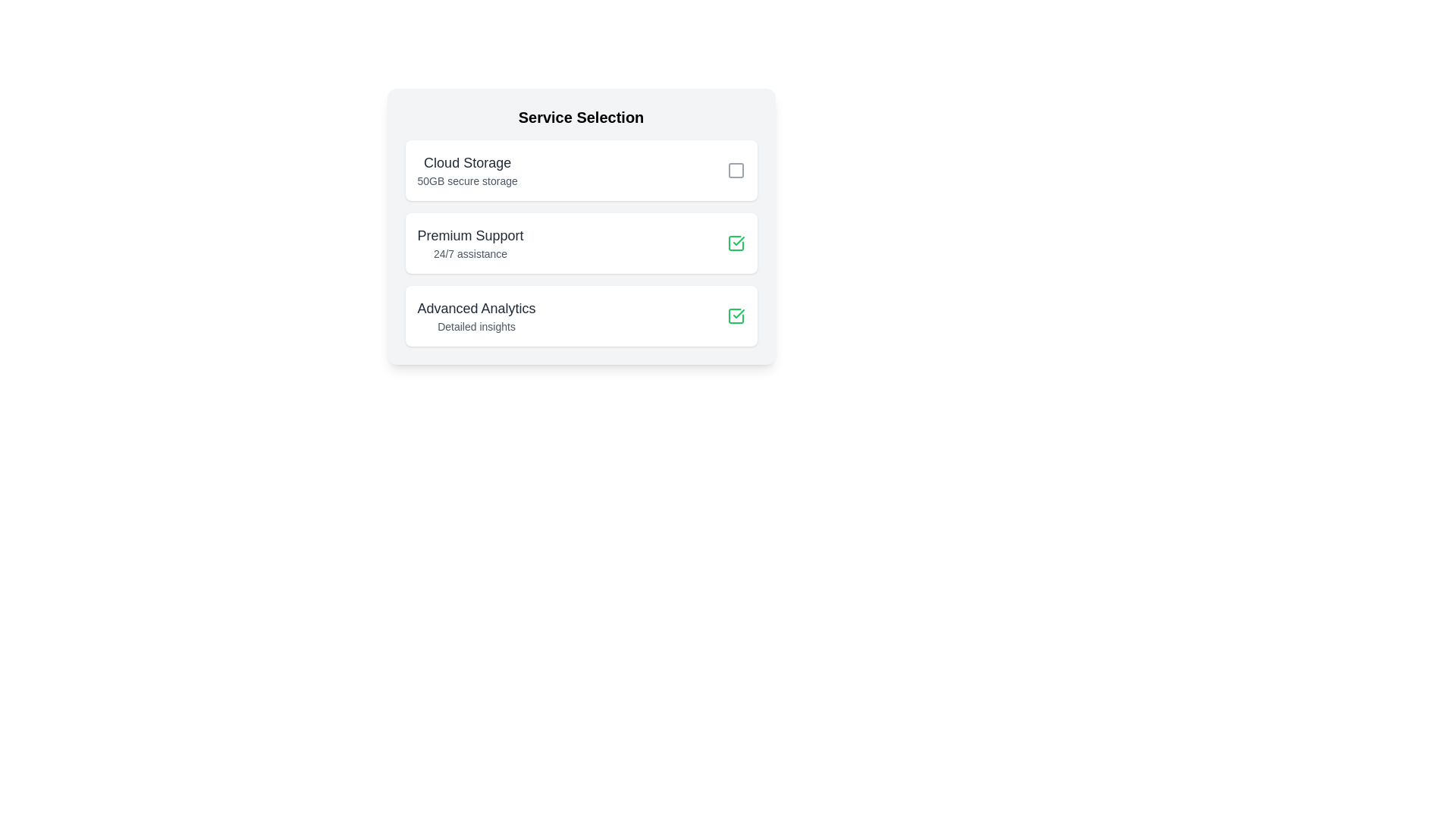  I want to click on the inner graphic of the checkbox located in the first row of the 'Cloud Storage' service description box via tab navigation, so click(736, 170).